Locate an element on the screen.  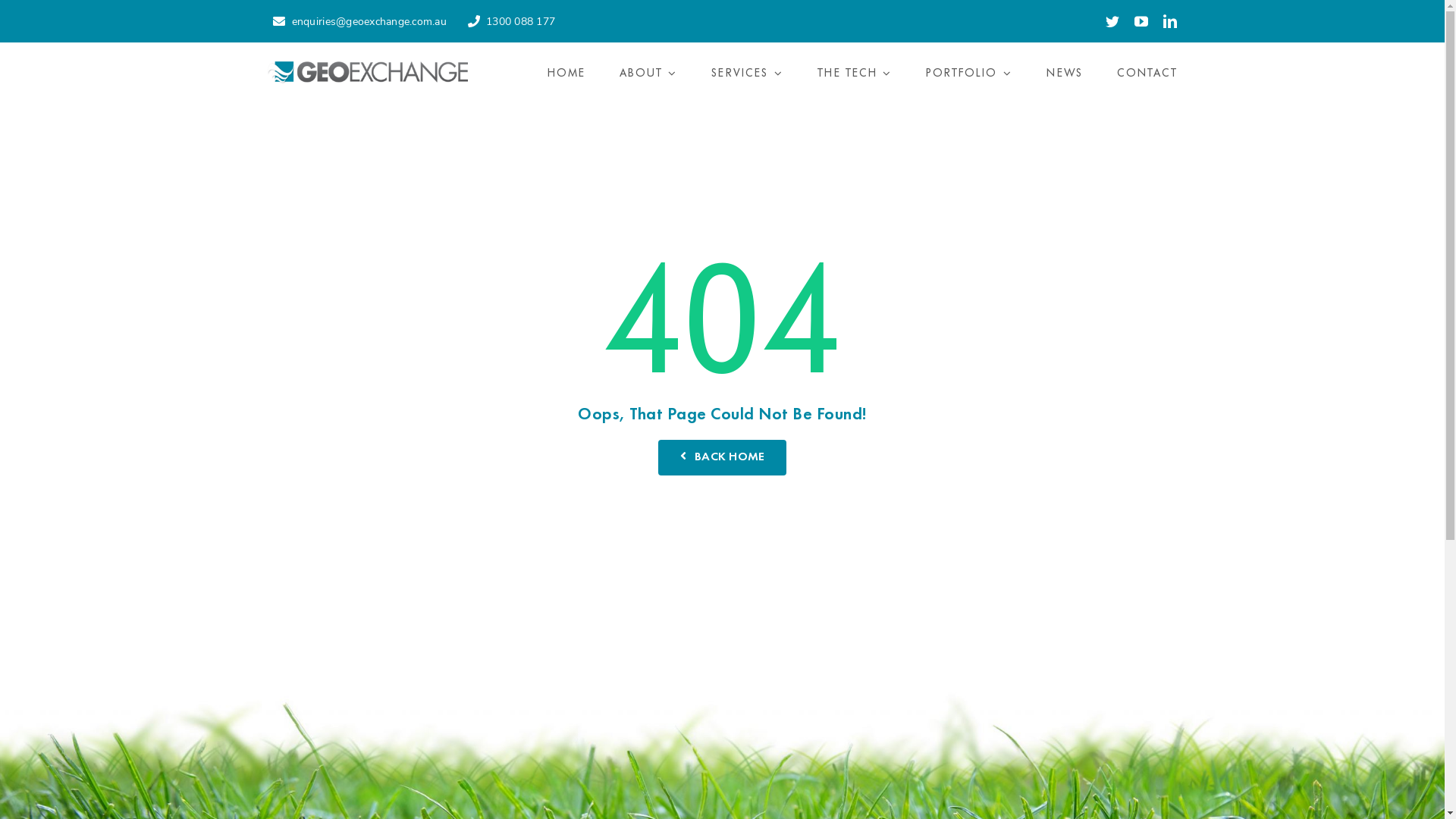
'ABOUT' is located at coordinates (619, 73).